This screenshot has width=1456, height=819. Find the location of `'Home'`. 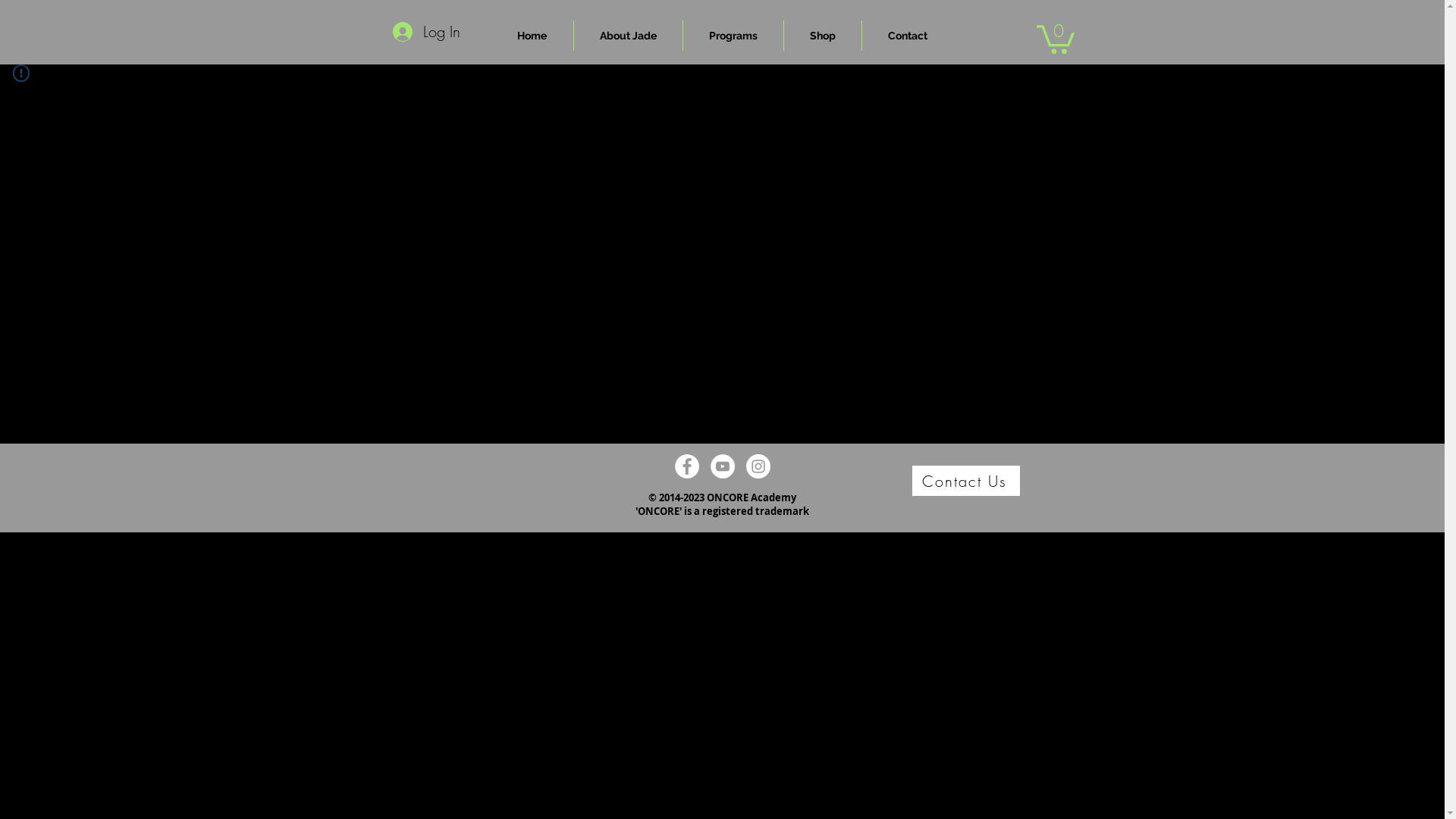

'Home' is located at coordinates (532, 34).